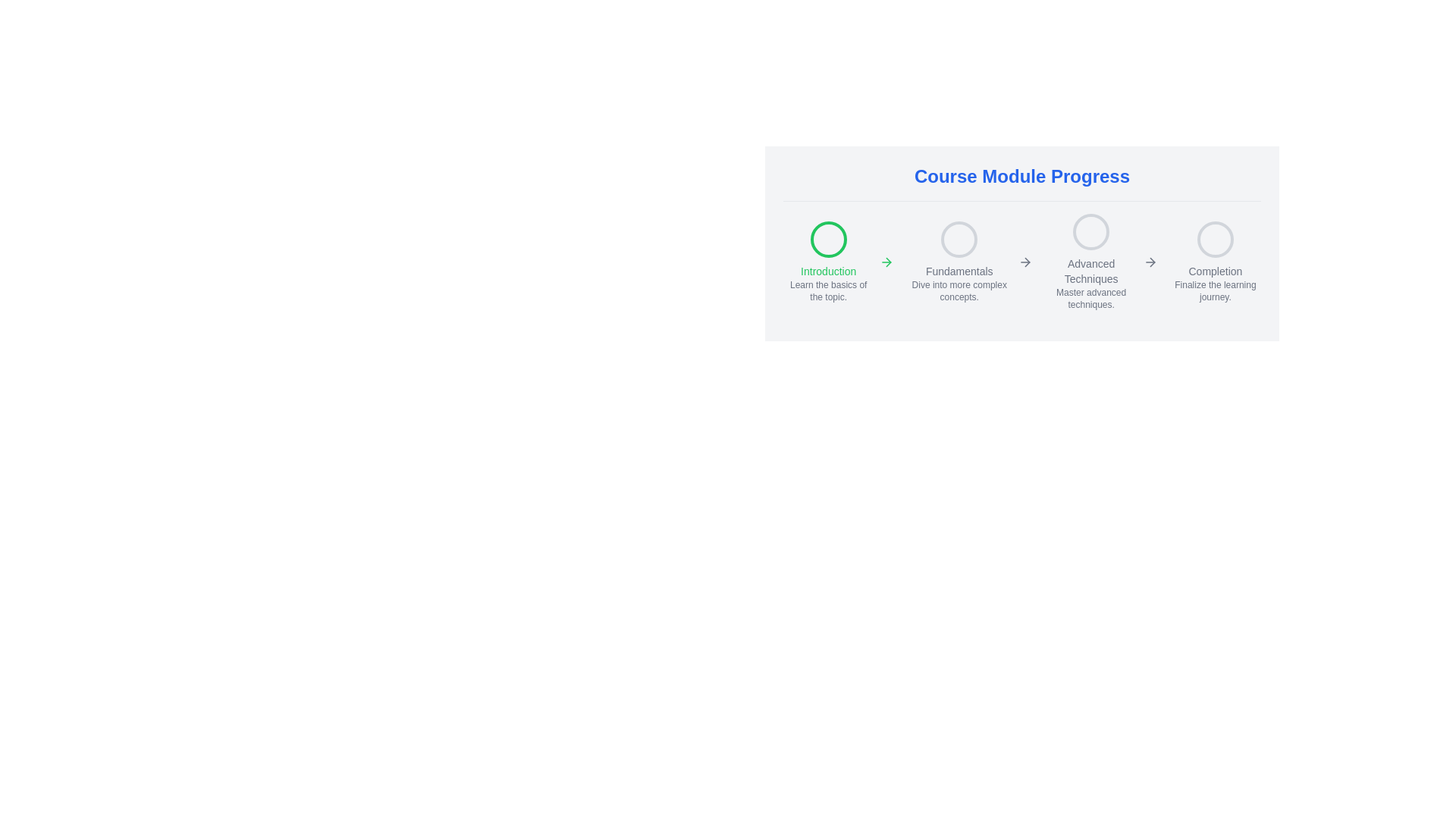 The height and width of the screenshot is (819, 1456). What do you see at coordinates (1216, 291) in the screenshot?
I see `text label displaying 'Finalize the learning journey.' which is a small light gray text located under the 'Completion' icon` at bounding box center [1216, 291].